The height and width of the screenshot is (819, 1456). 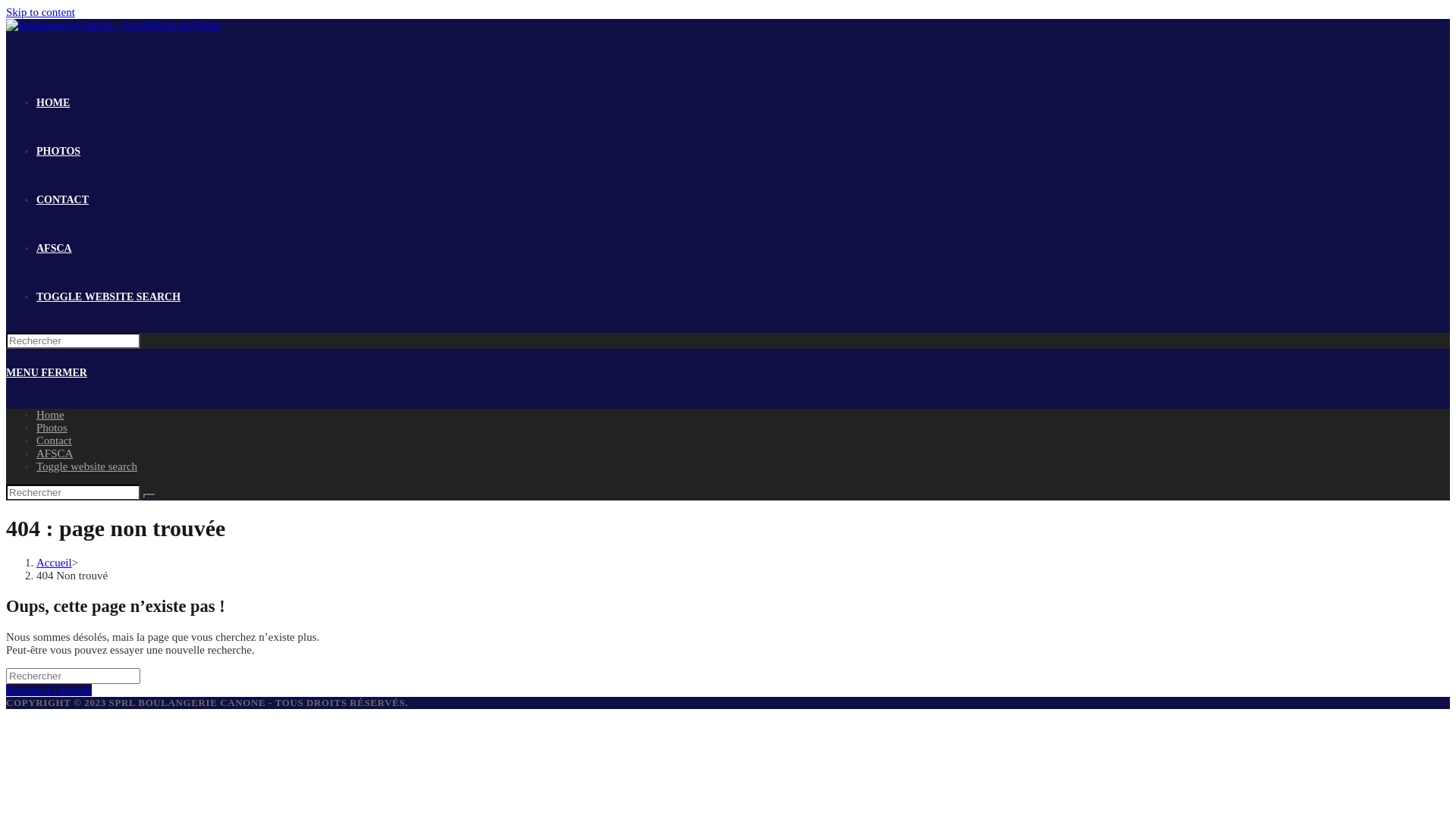 What do you see at coordinates (54, 441) in the screenshot?
I see `'Contact'` at bounding box center [54, 441].